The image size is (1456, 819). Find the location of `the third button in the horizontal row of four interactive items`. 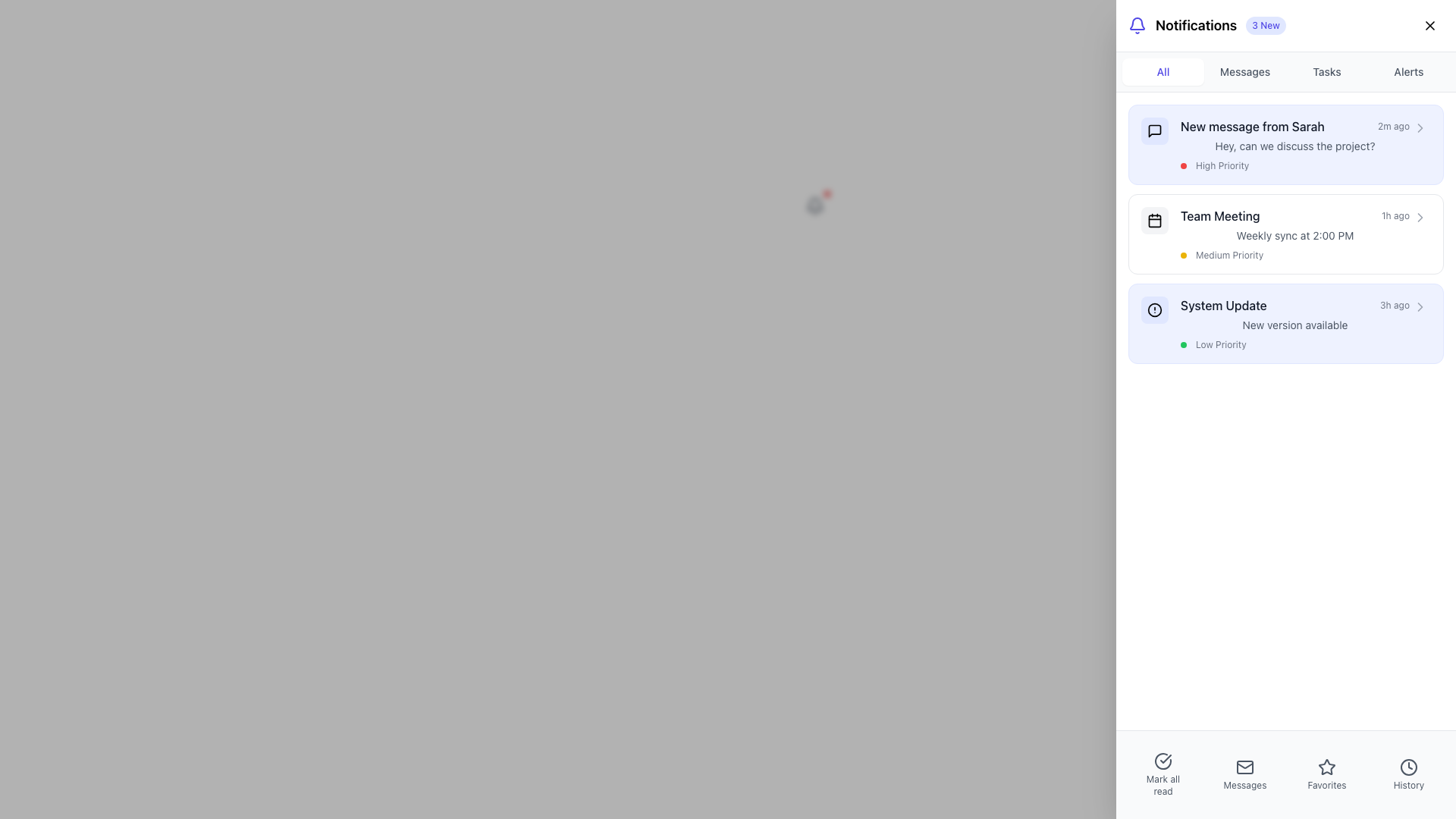

the third button in the horizontal row of four interactive items is located at coordinates (1326, 775).